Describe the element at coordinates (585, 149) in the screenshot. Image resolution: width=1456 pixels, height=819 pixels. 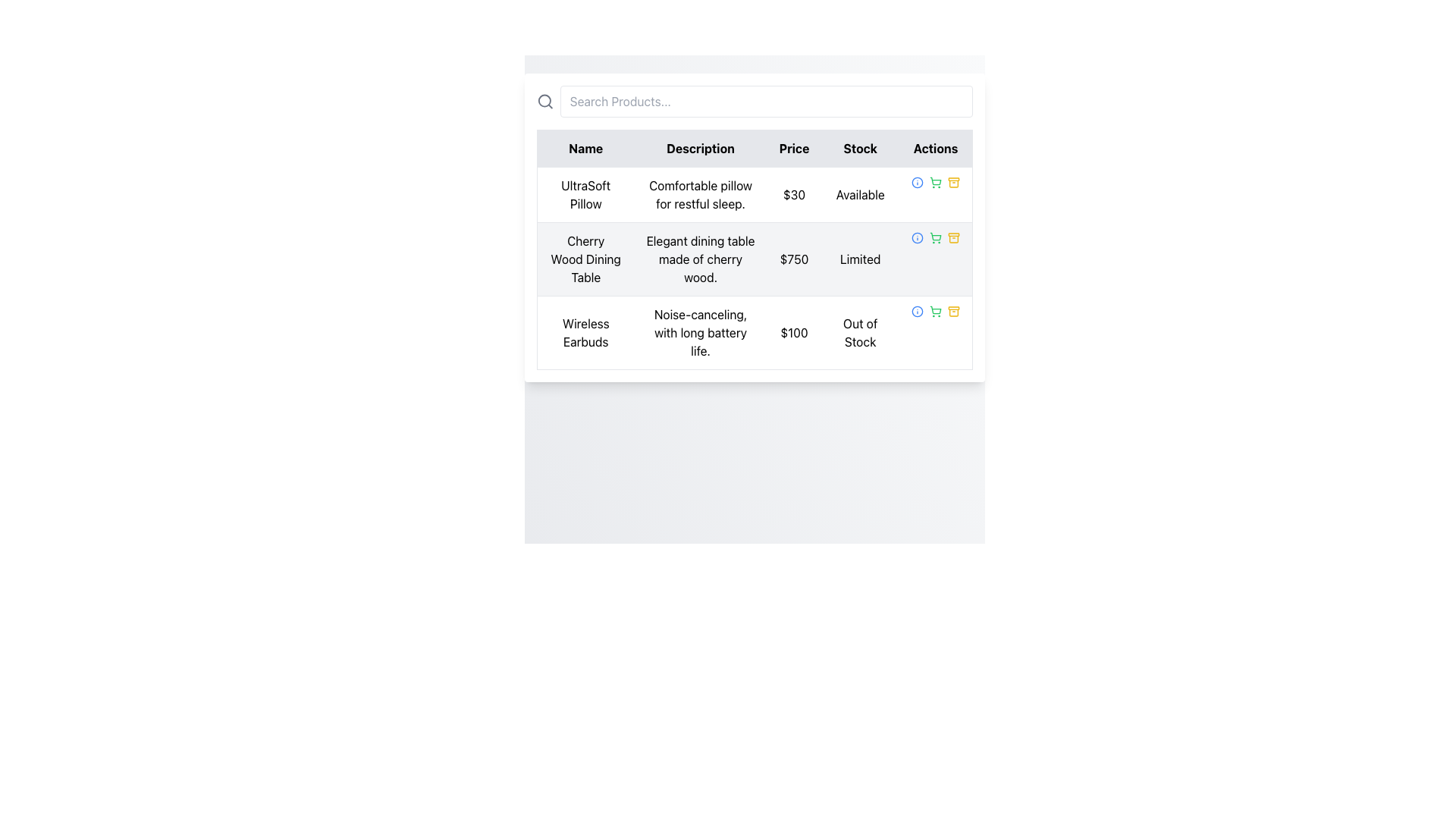
I see `the table header cell labeled 'Name'` at that location.